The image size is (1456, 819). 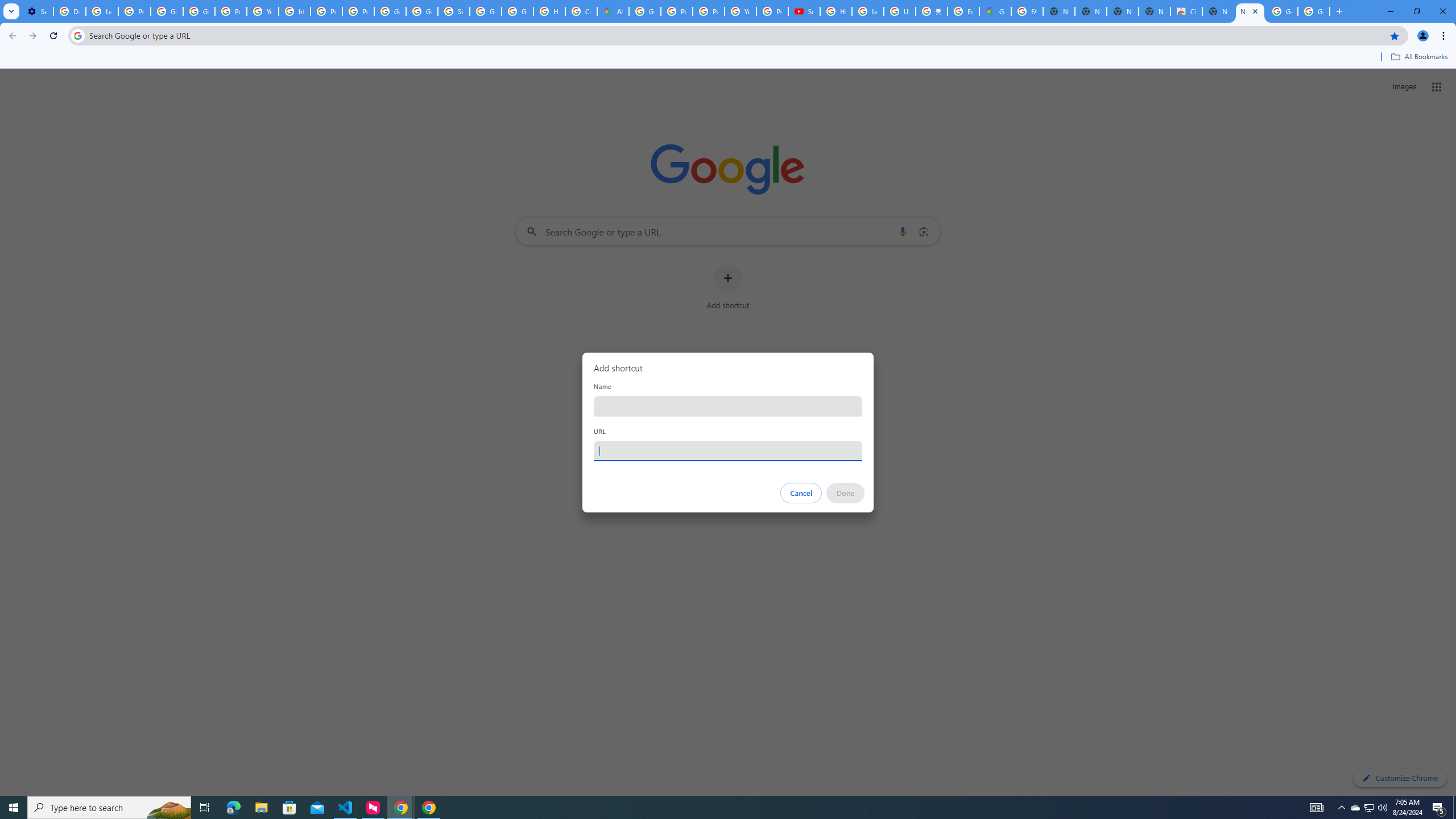 I want to click on 'Learn how to find your photos - Google Photos Help', so click(x=102, y=11).